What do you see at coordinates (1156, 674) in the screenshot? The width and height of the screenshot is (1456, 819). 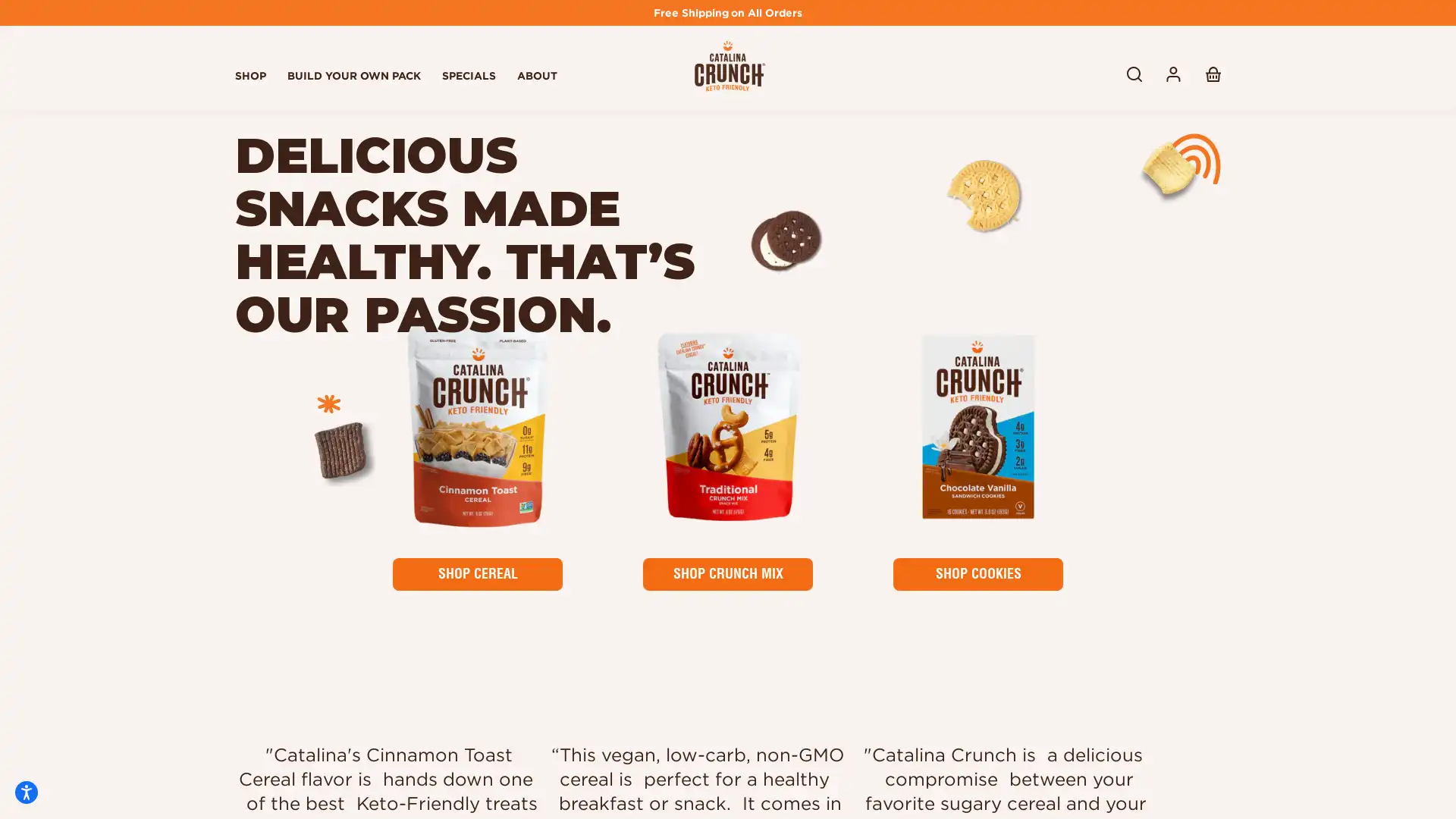 I see `SIGN UP` at bounding box center [1156, 674].